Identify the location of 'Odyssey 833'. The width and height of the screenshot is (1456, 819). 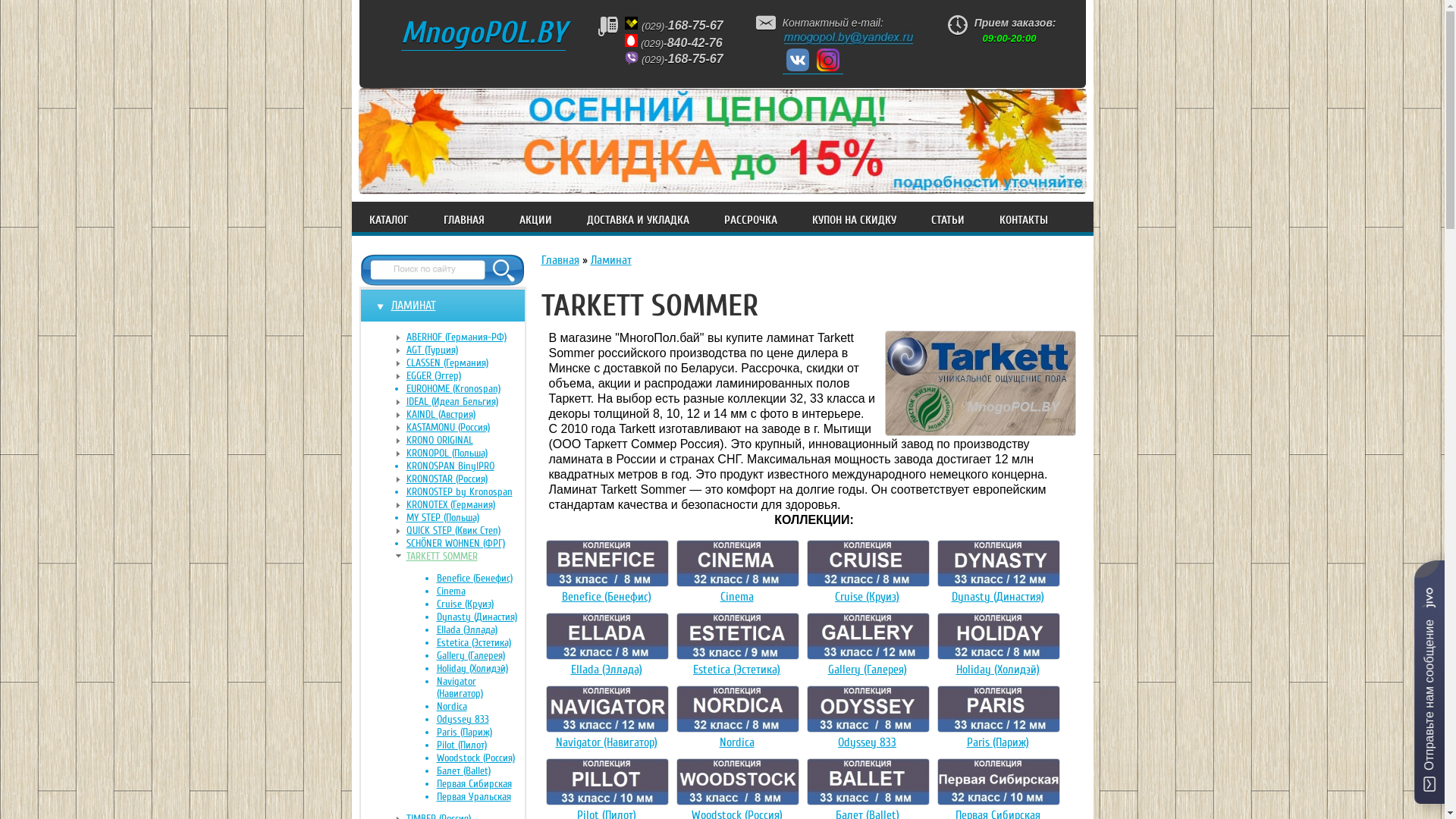
(479, 718).